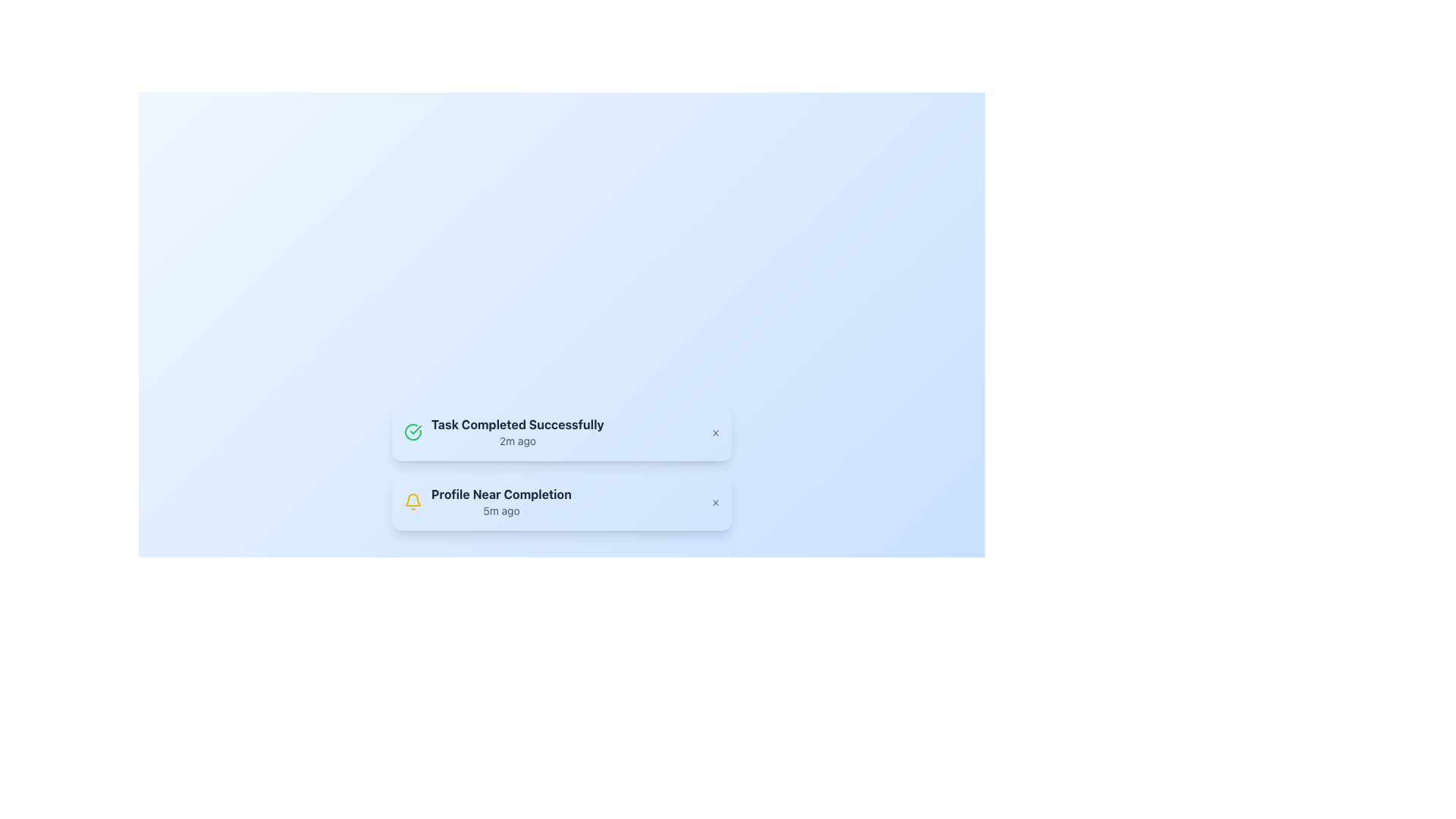 The image size is (1456, 819). What do you see at coordinates (416, 430) in the screenshot?
I see `the green check mark icon located on the left side of the notification that reads 'Task Completed Successfully'` at bounding box center [416, 430].